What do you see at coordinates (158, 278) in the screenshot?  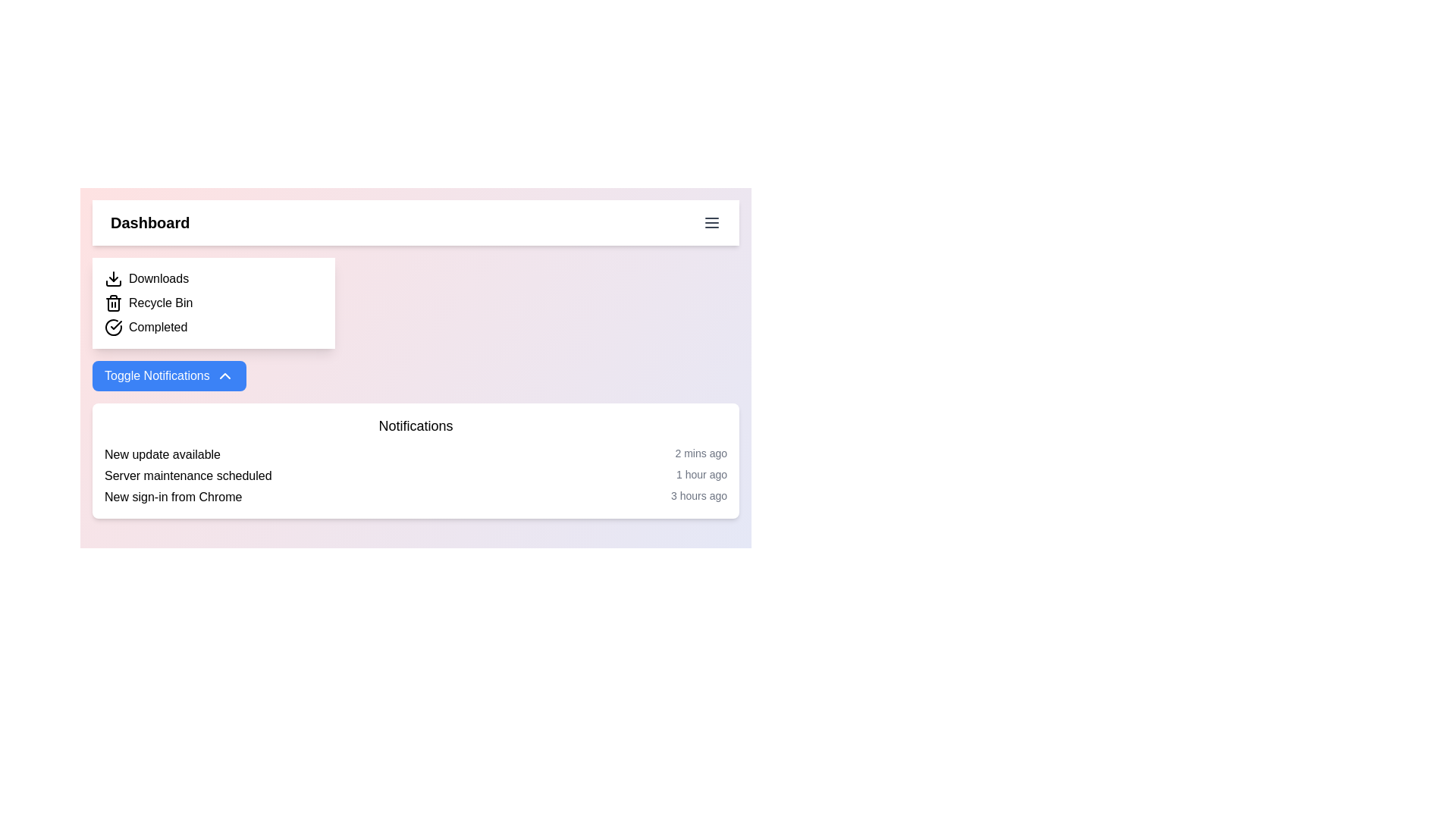 I see `the 'Downloads' text label, which is styled in a standard sans-serif typeface and located next to a downward arrow icon, situated below the 'Dashboard' heading in a vertical list of options` at bounding box center [158, 278].